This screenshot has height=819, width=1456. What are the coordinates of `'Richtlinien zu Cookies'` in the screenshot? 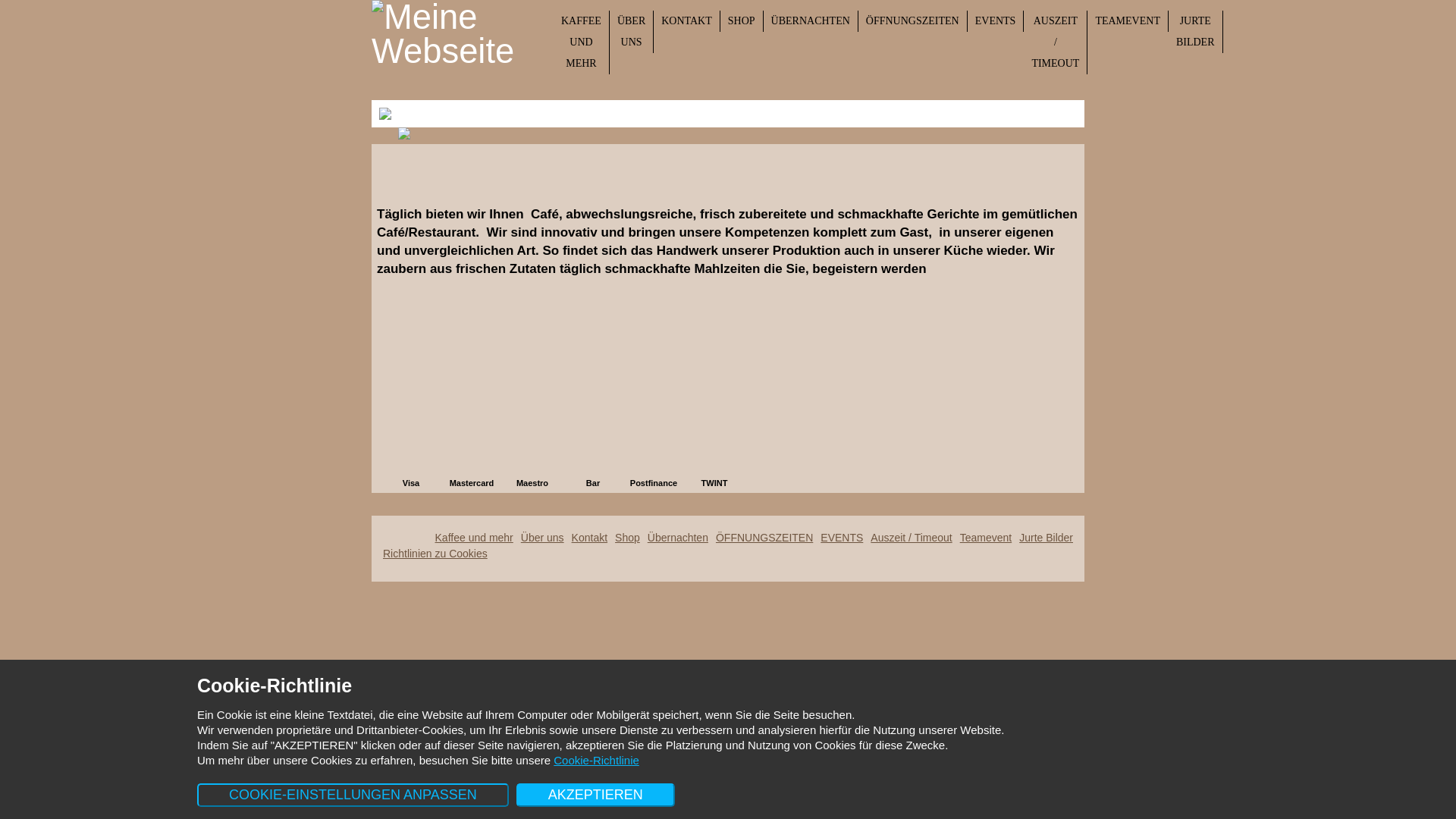 It's located at (435, 553).